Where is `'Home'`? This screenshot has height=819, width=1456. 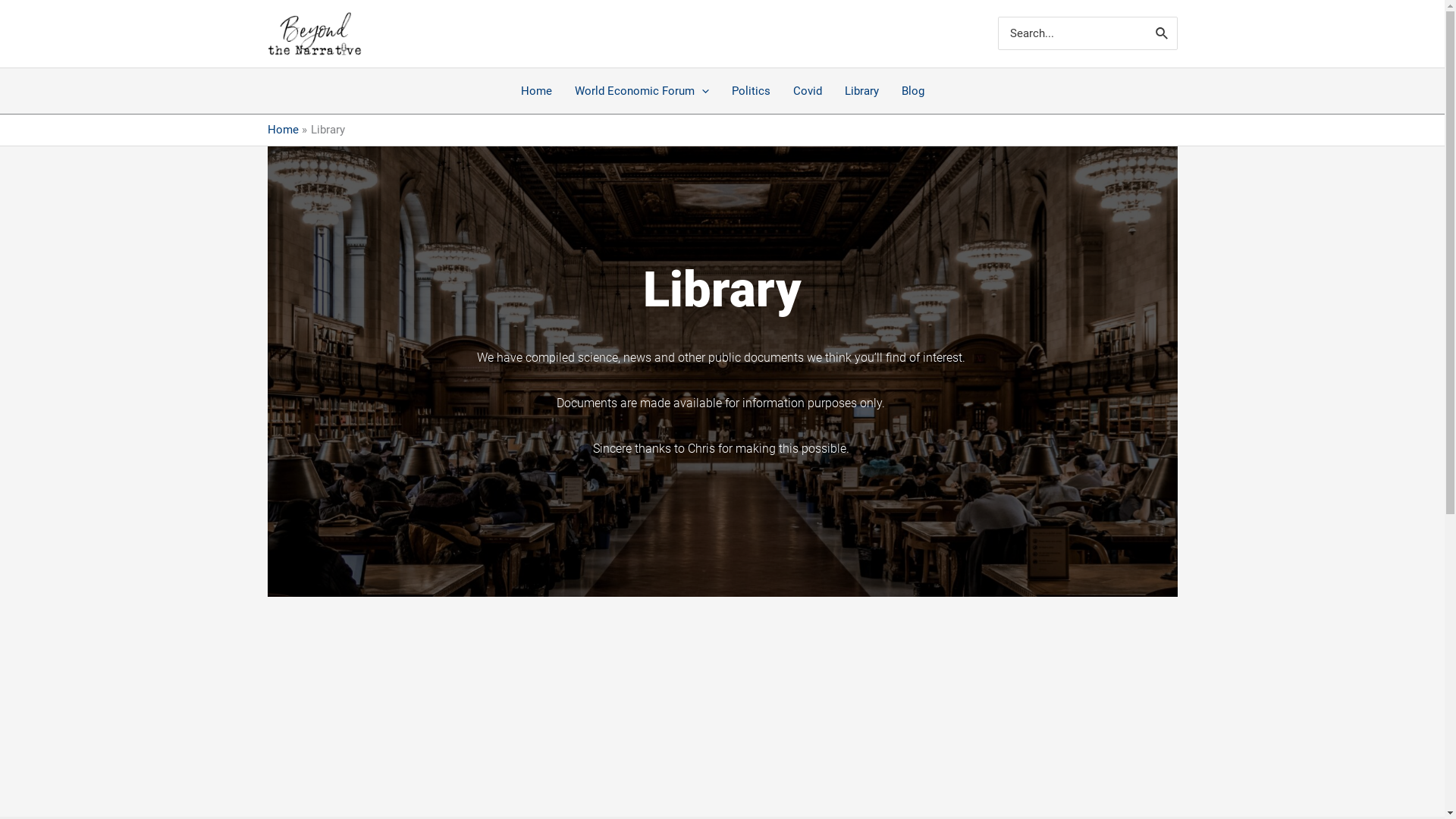 'Home' is located at coordinates (536, 90).